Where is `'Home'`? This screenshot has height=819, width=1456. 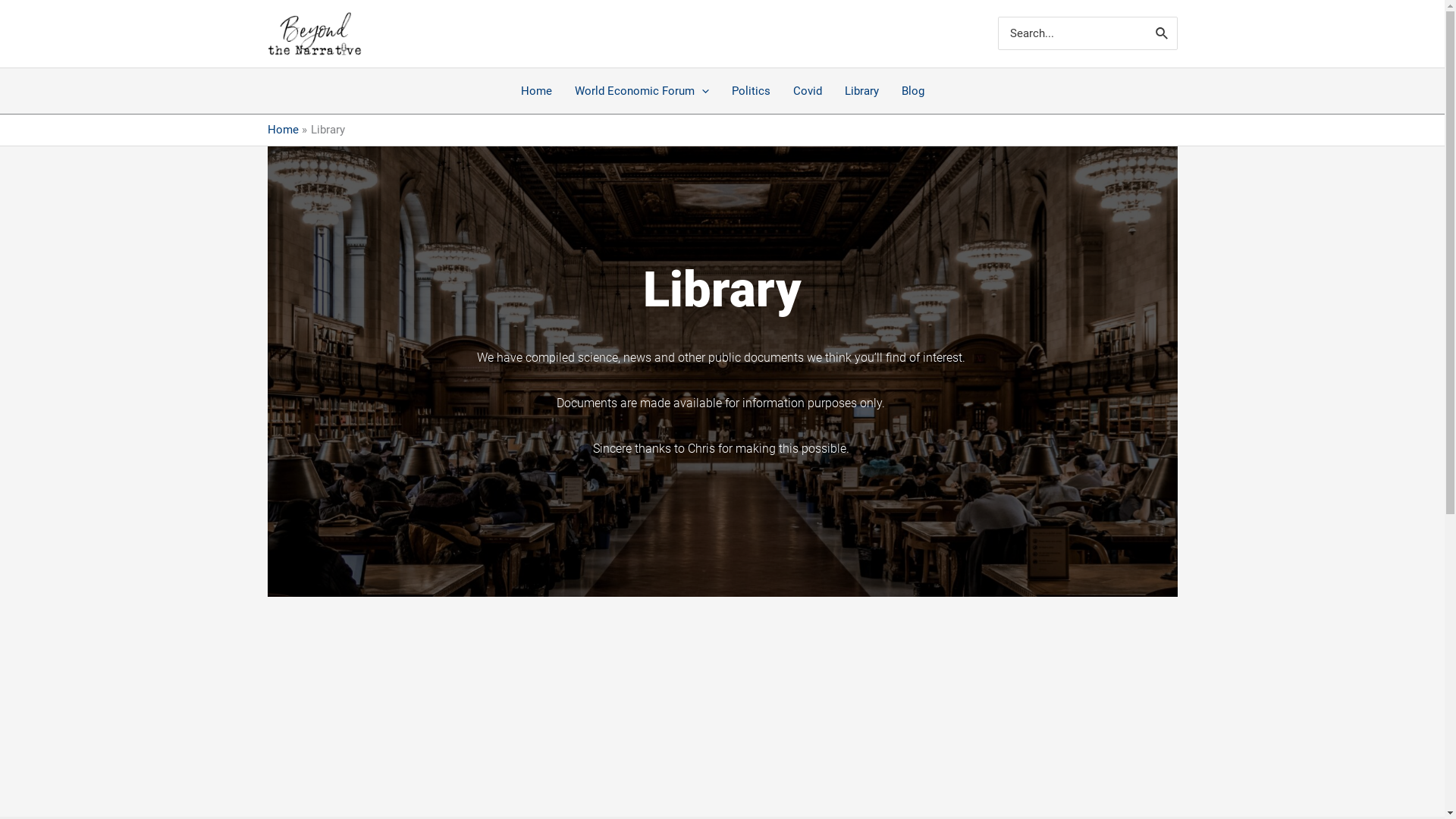 'Home' is located at coordinates (536, 90).